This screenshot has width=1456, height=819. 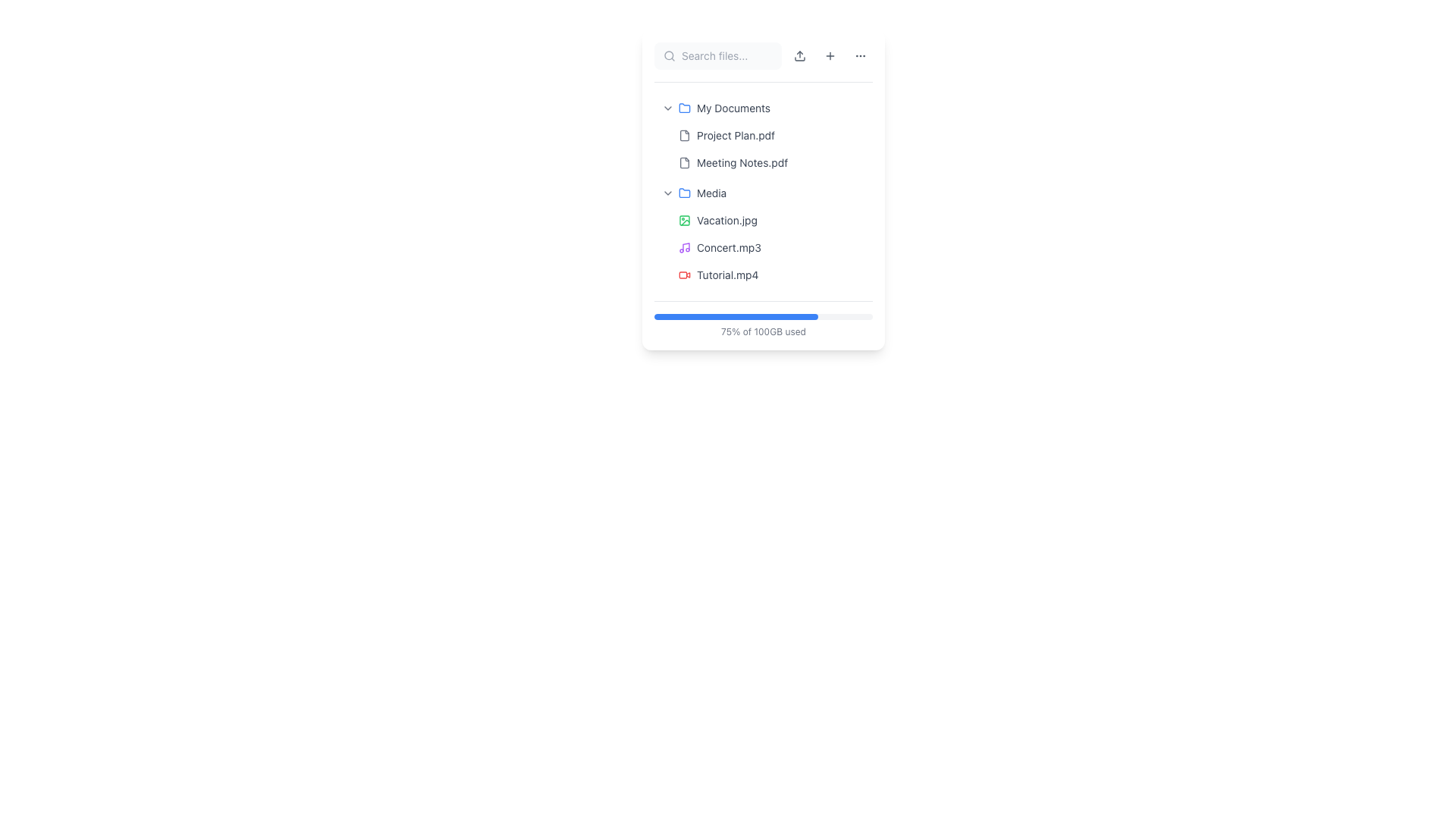 What do you see at coordinates (683, 107) in the screenshot?
I see `the folder icon located within the 'My Documents' menu group, positioned to the left of the label text and to the right of a chevron-down arrow icon` at bounding box center [683, 107].